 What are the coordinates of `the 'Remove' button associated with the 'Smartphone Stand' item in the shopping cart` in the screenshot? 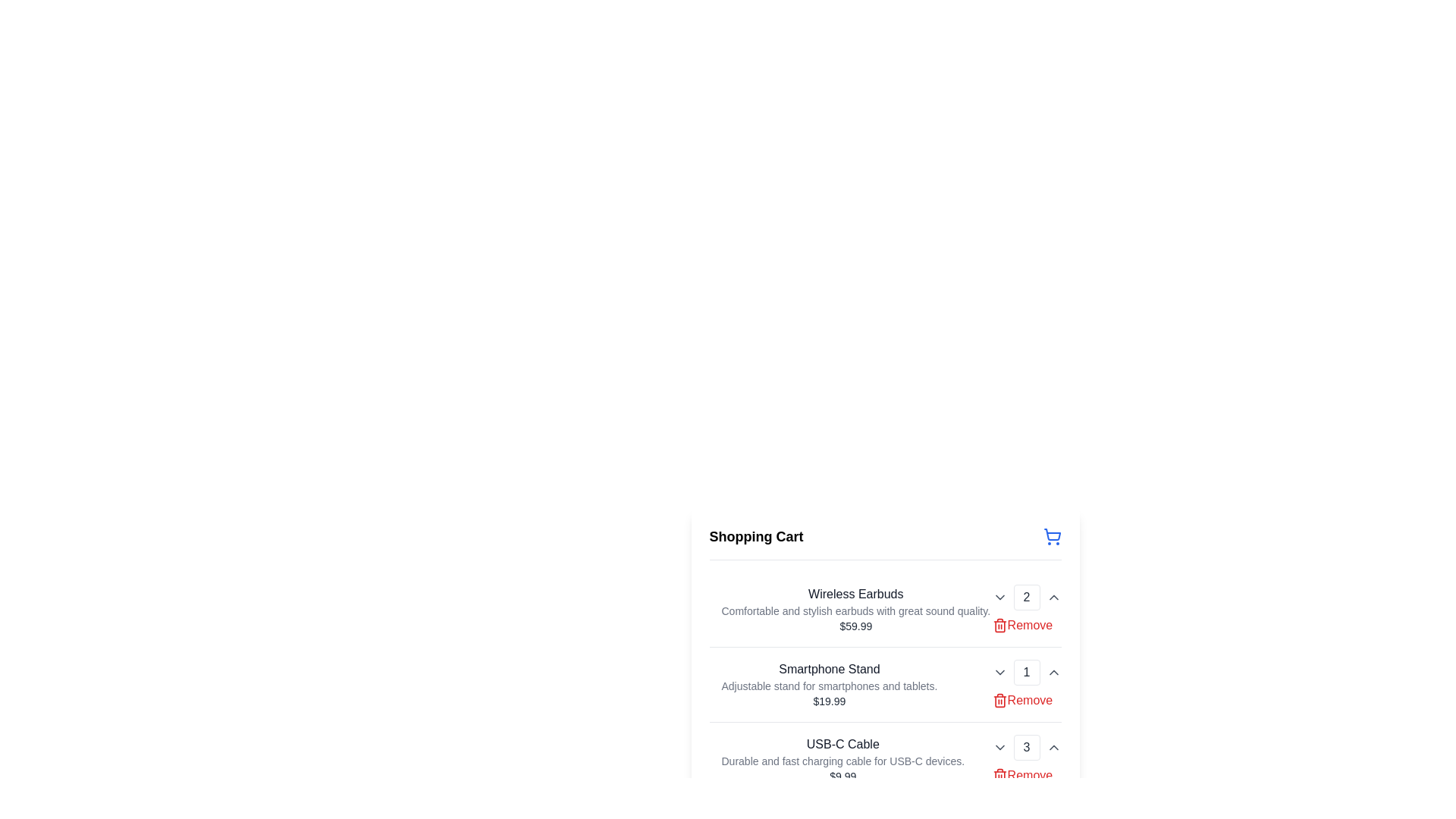 It's located at (1022, 701).